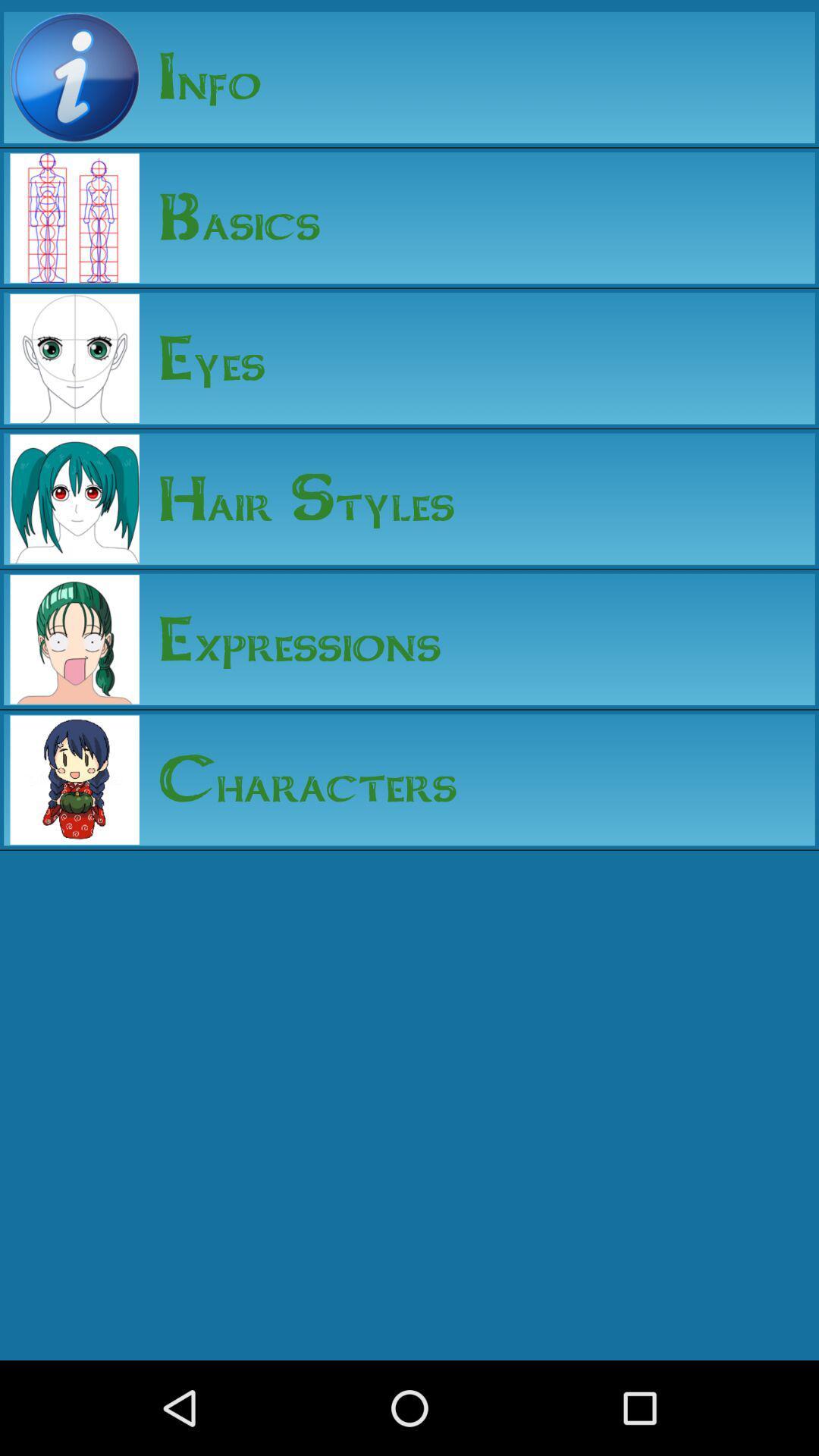  Describe the element at coordinates (230, 217) in the screenshot. I see `basics` at that location.